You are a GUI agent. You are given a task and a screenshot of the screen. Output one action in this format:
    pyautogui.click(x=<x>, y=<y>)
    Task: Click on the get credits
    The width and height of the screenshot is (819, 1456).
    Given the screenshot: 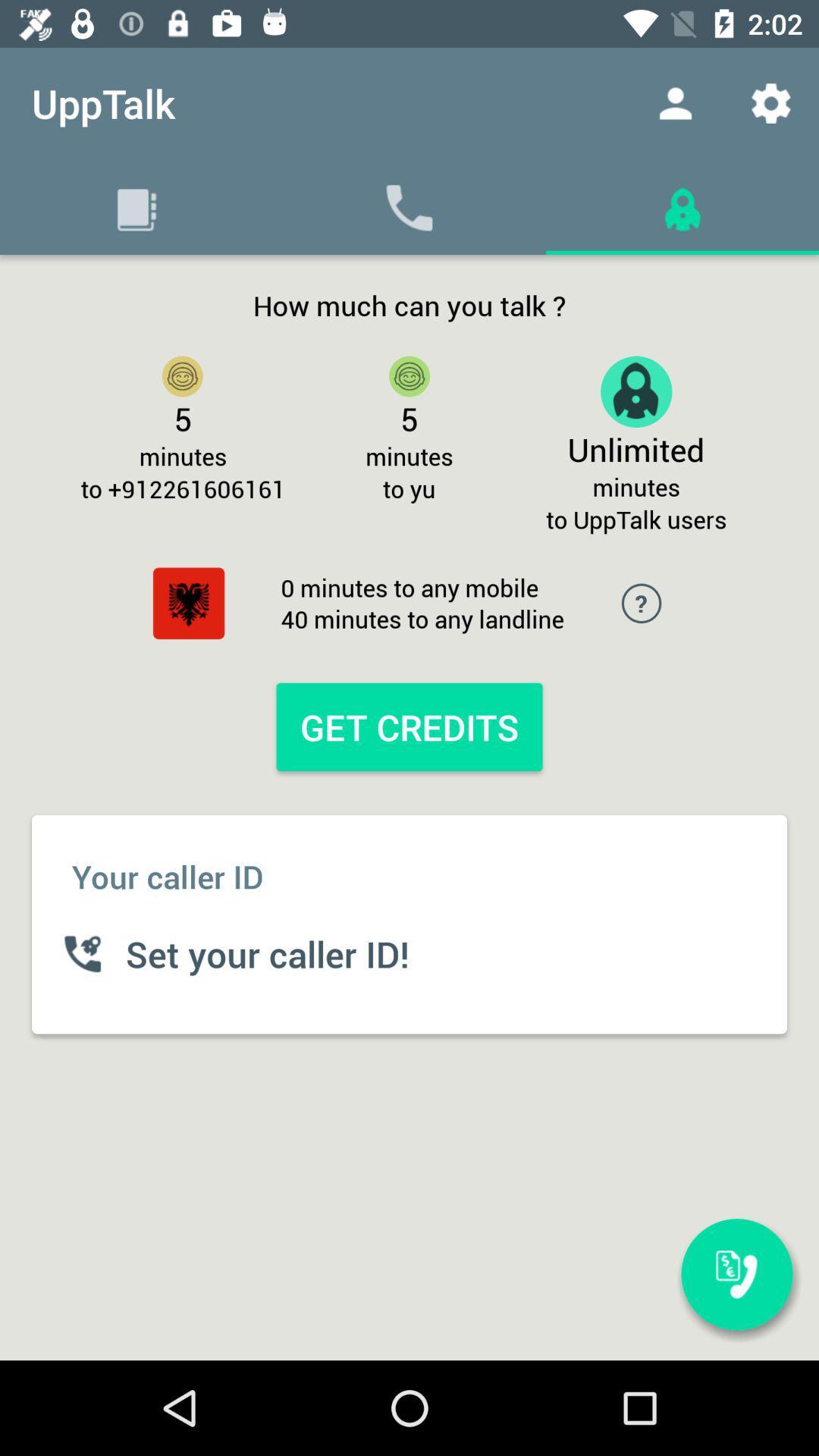 What is the action you would take?
    pyautogui.click(x=409, y=726)
    